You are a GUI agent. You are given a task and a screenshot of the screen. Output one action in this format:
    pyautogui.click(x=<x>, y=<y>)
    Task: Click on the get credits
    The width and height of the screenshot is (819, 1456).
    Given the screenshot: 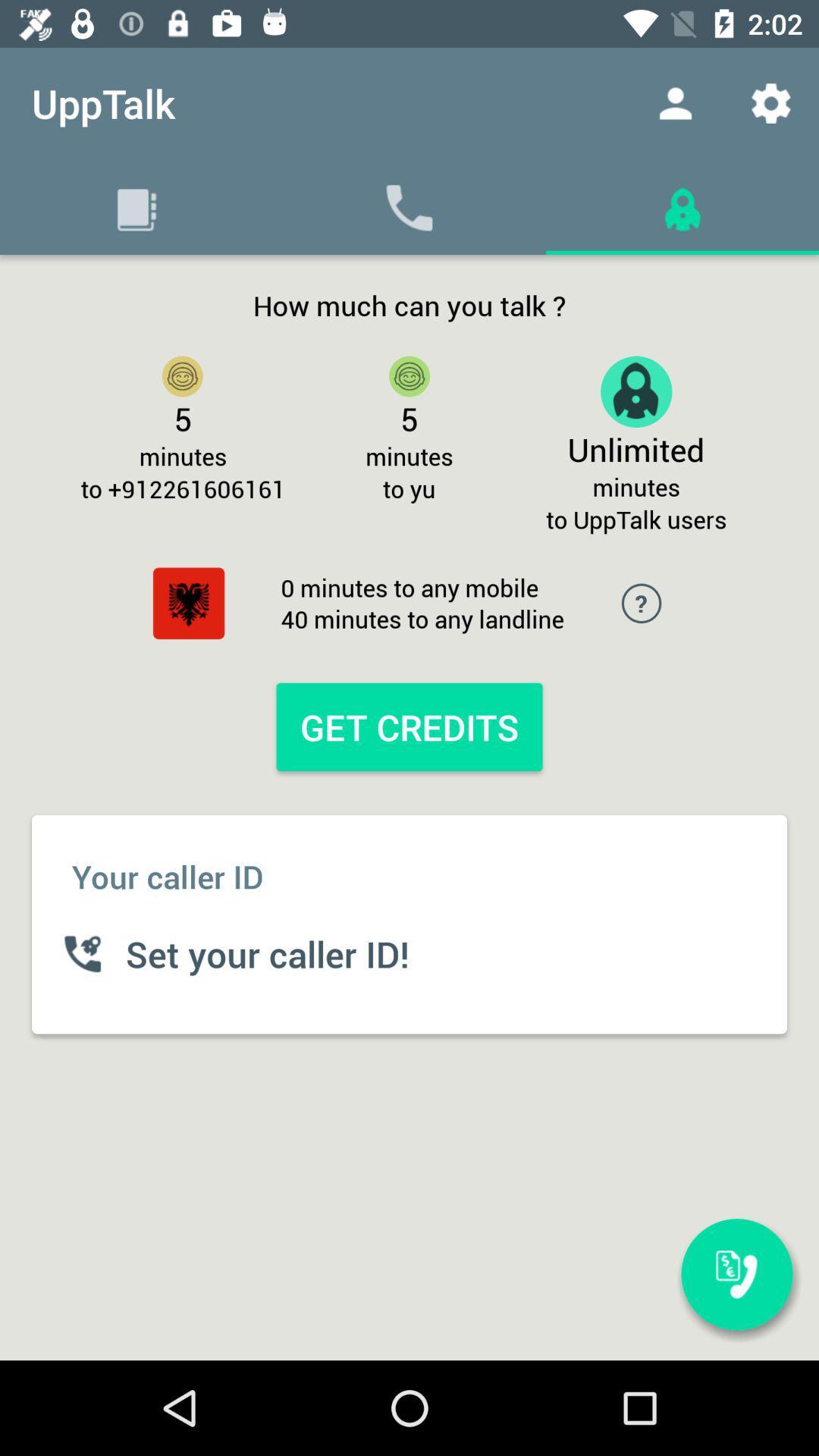 What is the action you would take?
    pyautogui.click(x=409, y=726)
    